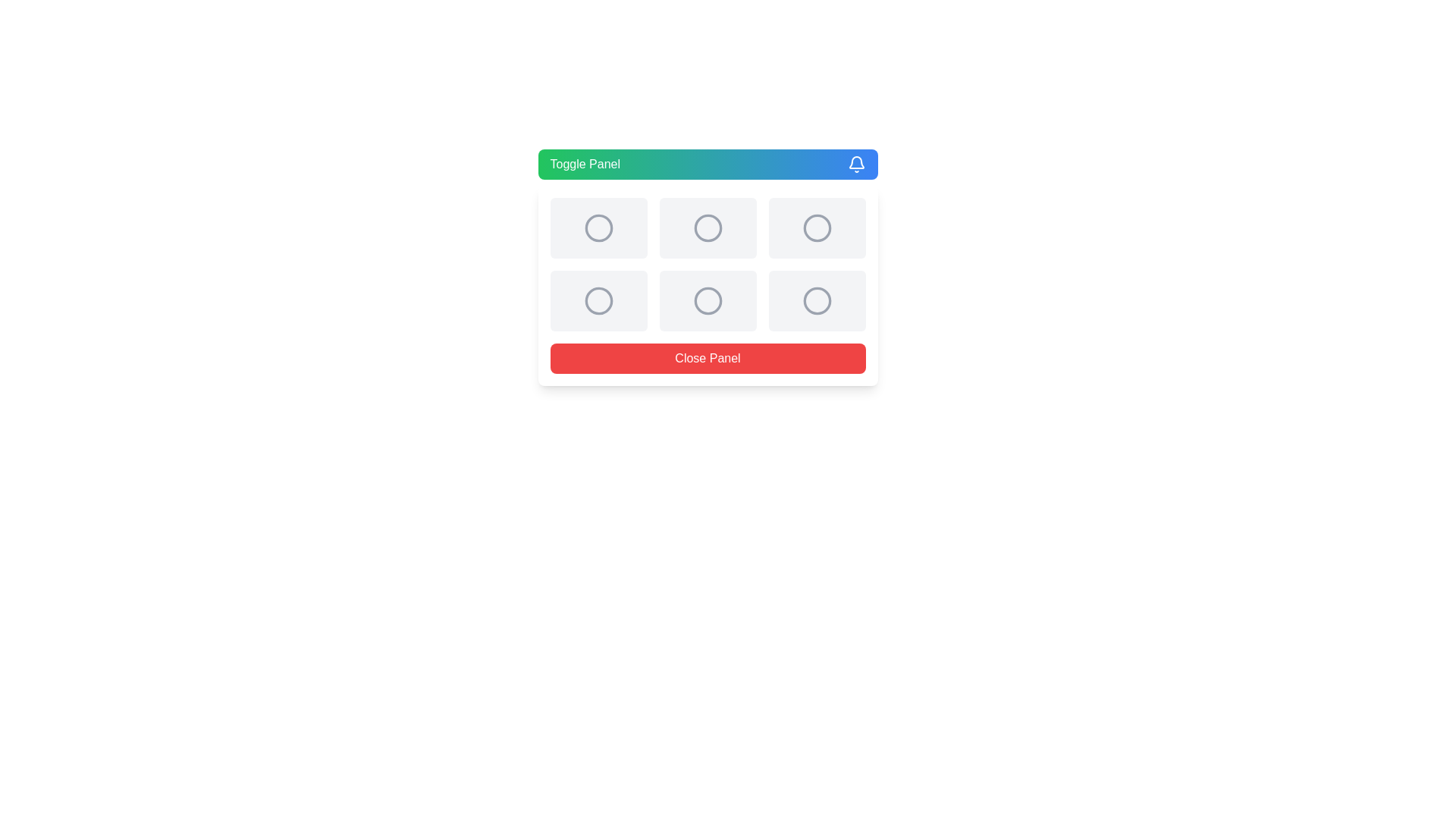 Image resolution: width=1456 pixels, height=819 pixels. Describe the element at coordinates (707, 301) in the screenshot. I see `the Circle graphic element located in the middle cell of the second row of the grid interface, which serves as a decorative or interactive component` at that location.